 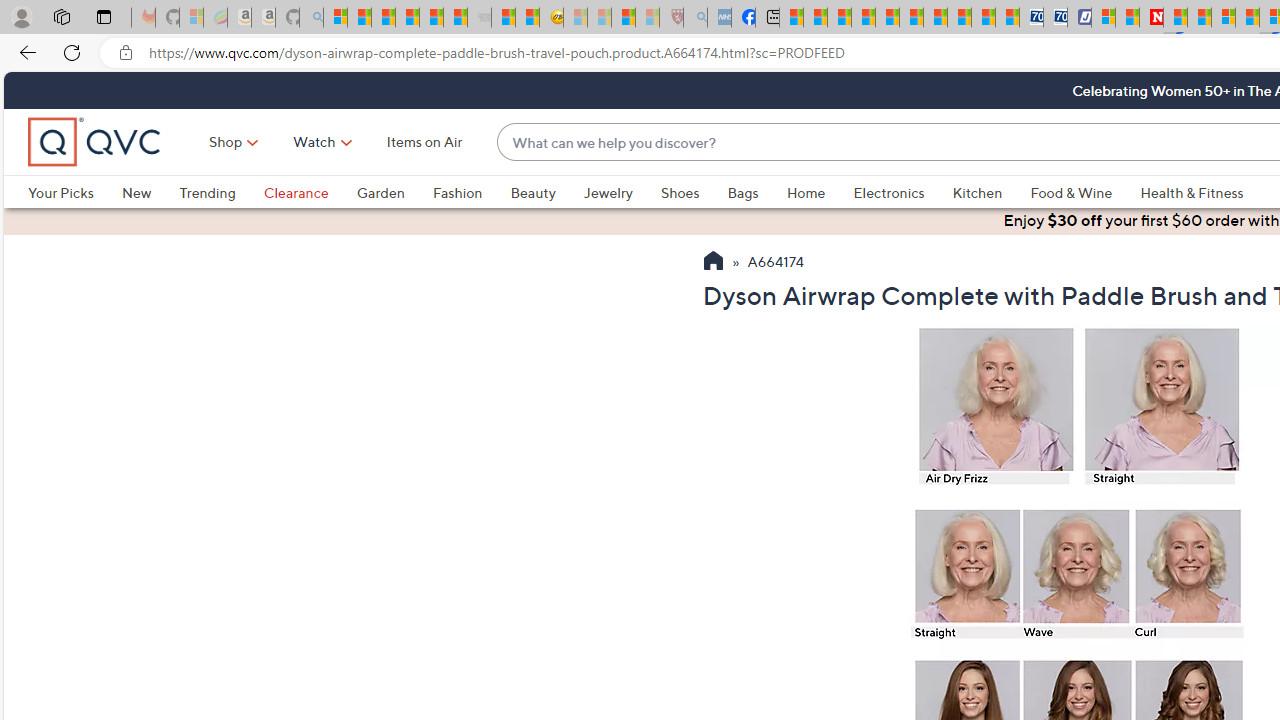 What do you see at coordinates (680, 192) in the screenshot?
I see `'Shoes'` at bounding box center [680, 192].